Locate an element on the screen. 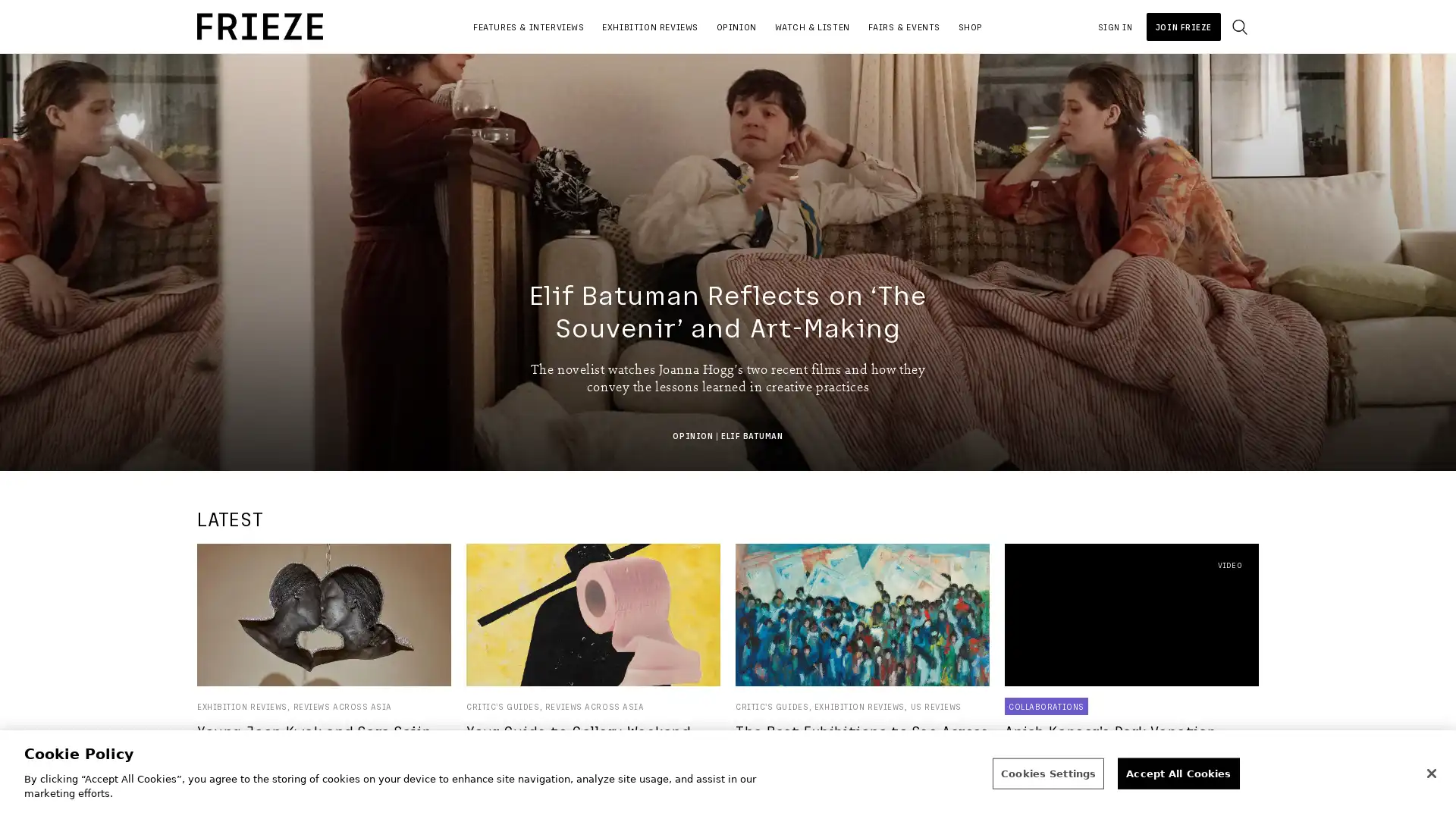 The width and height of the screenshot is (1456, 819). Accept All Cookies is located at coordinates (1178, 773).